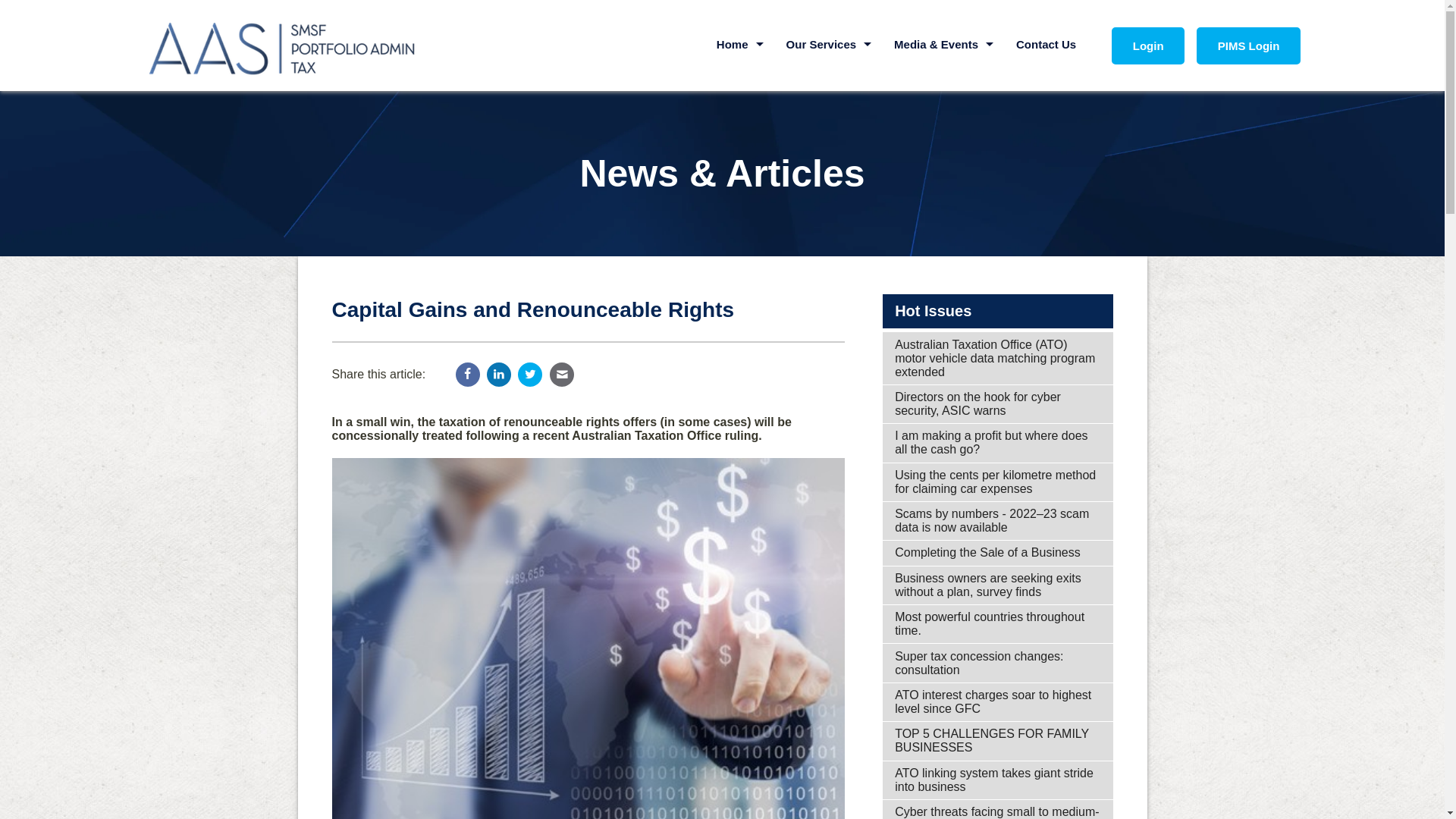 The image size is (1456, 819). I want to click on 'Contact Us', so click(1045, 43).